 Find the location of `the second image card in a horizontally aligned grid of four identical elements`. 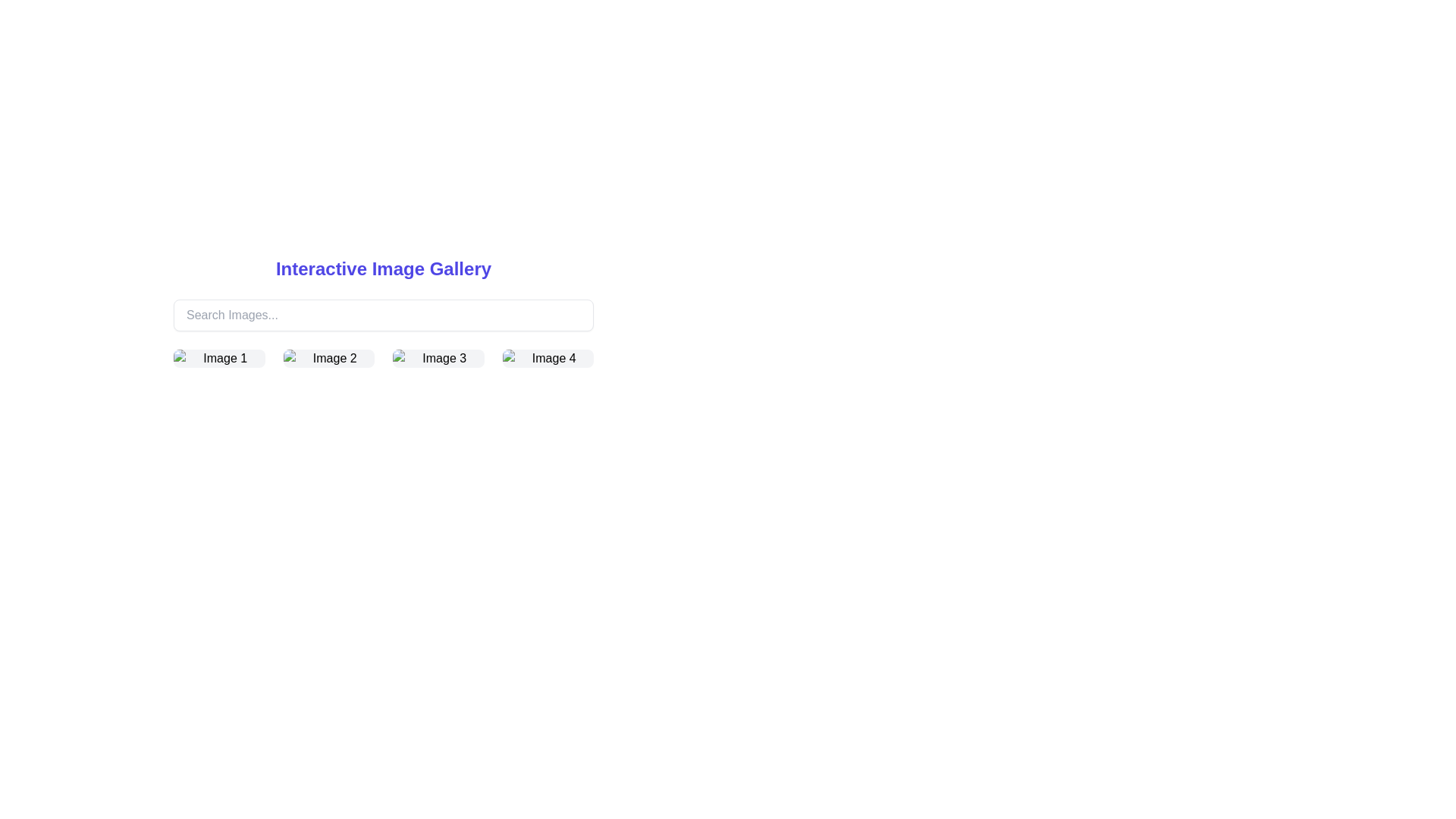

the second image card in a horizontally aligned grid of four identical elements is located at coordinates (328, 359).